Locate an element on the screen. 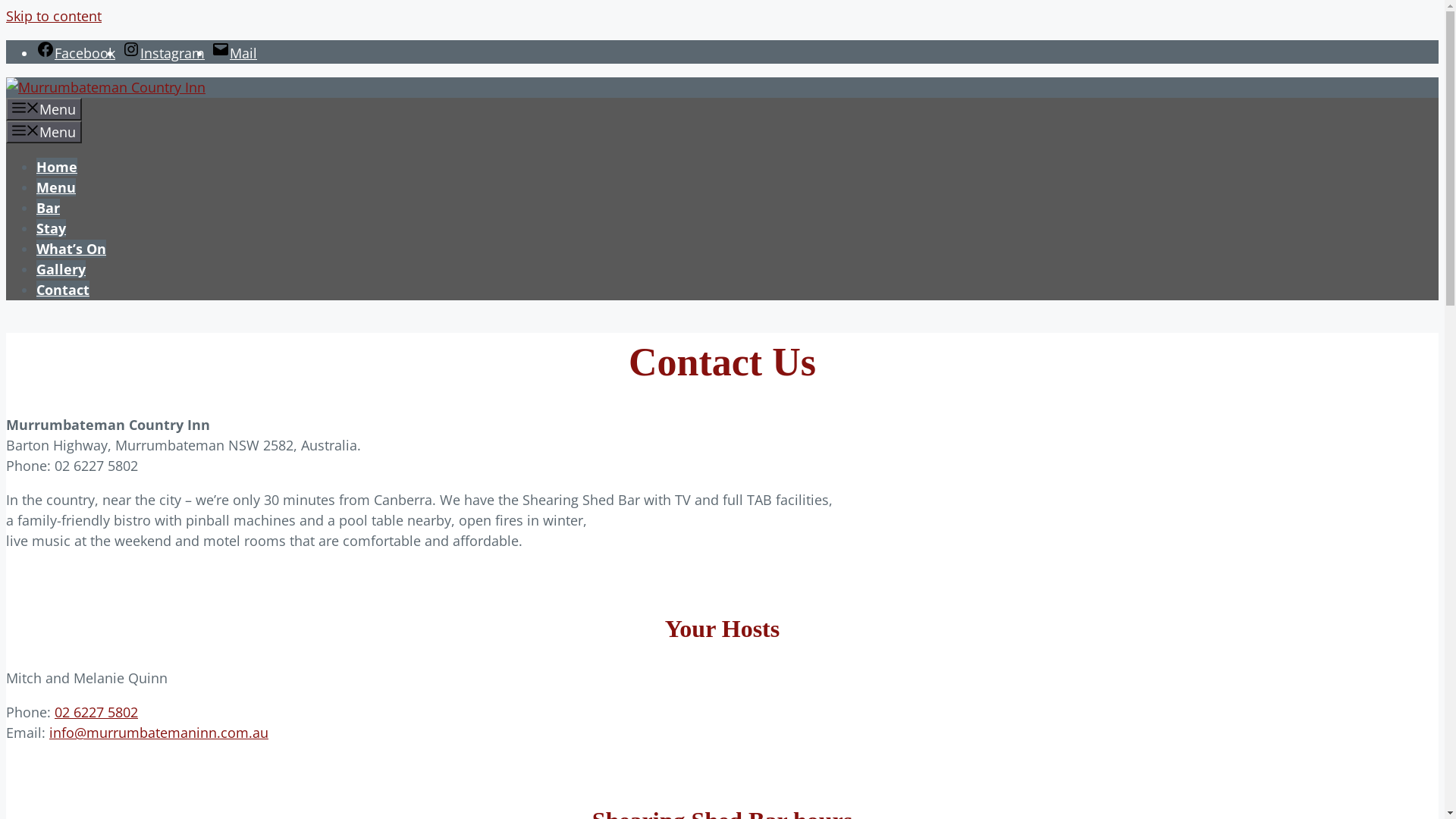 The image size is (1456, 819). 'Mail' is located at coordinates (233, 52).